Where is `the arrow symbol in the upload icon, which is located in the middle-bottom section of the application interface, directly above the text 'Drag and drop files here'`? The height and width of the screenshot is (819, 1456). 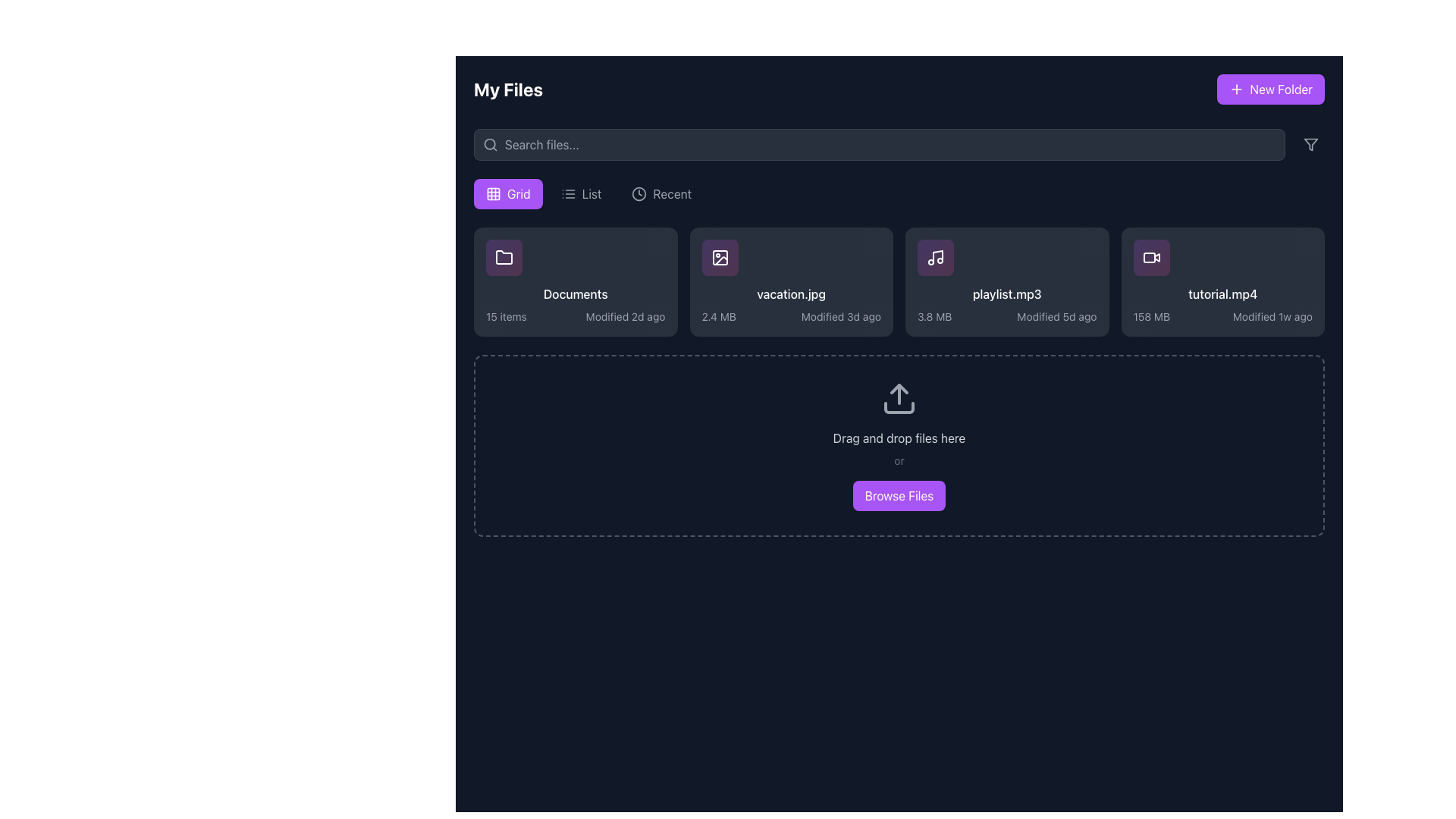
the arrow symbol in the upload icon, which is located in the middle-bottom section of the application interface, directly above the text 'Drag and drop files here' is located at coordinates (899, 388).